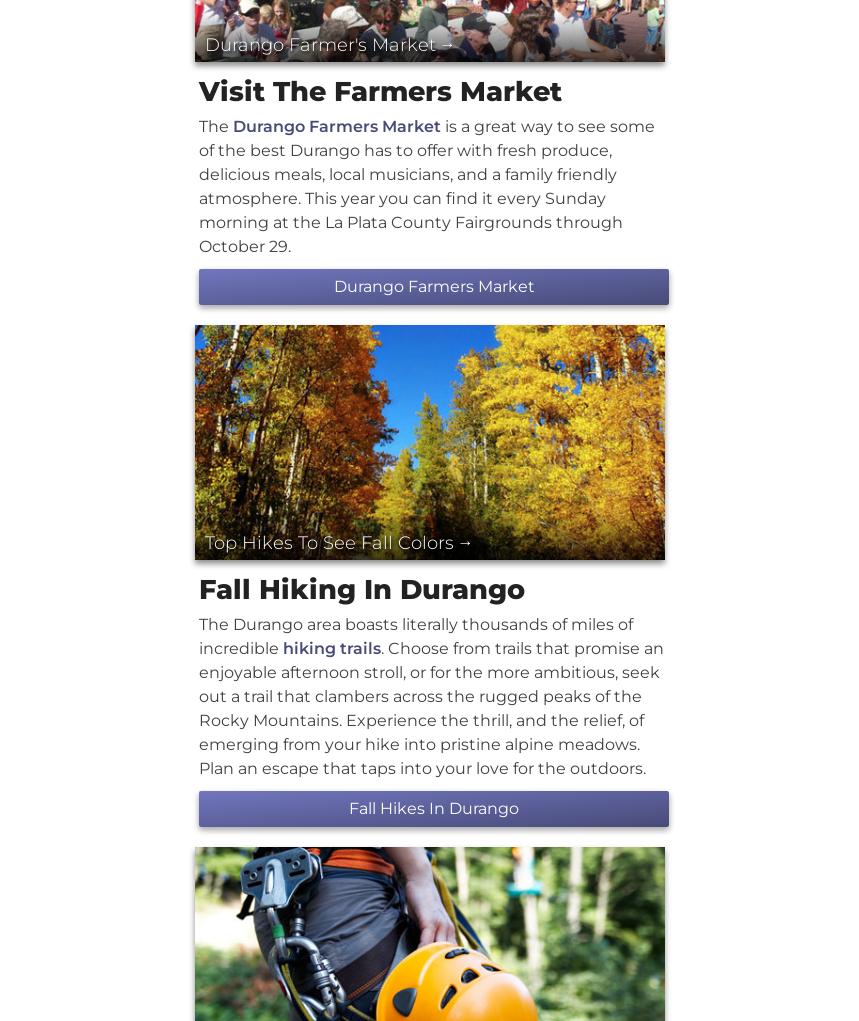 This screenshot has width=859, height=1021. I want to click on 'Top Hikes To See Fall Colors', so click(328, 542).